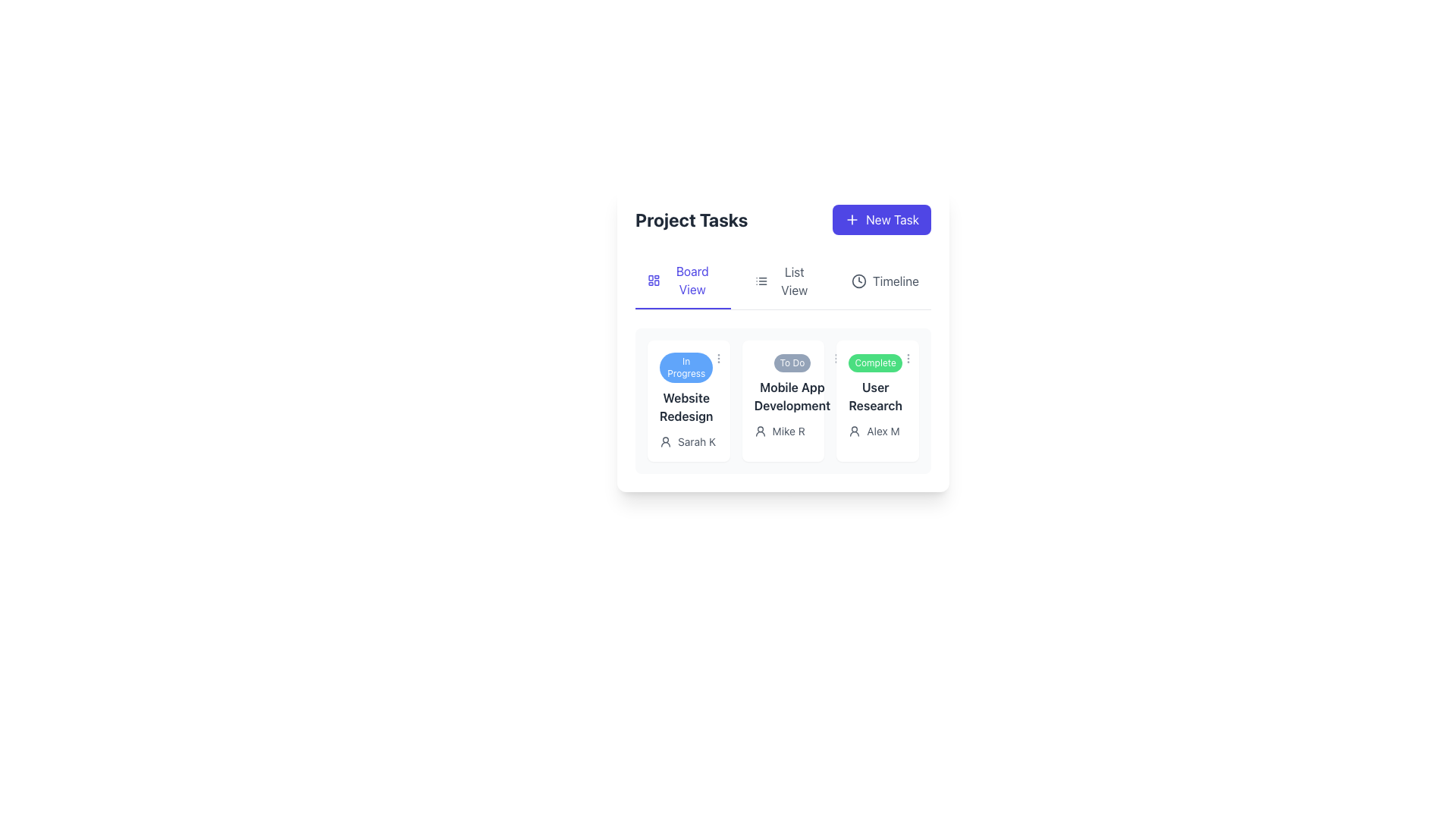 This screenshot has height=819, width=1456. I want to click on text content of the Static text label displaying 'Mike R', which is styled in grayish color and located within the 'Mobile App Development' task card, so click(789, 431).